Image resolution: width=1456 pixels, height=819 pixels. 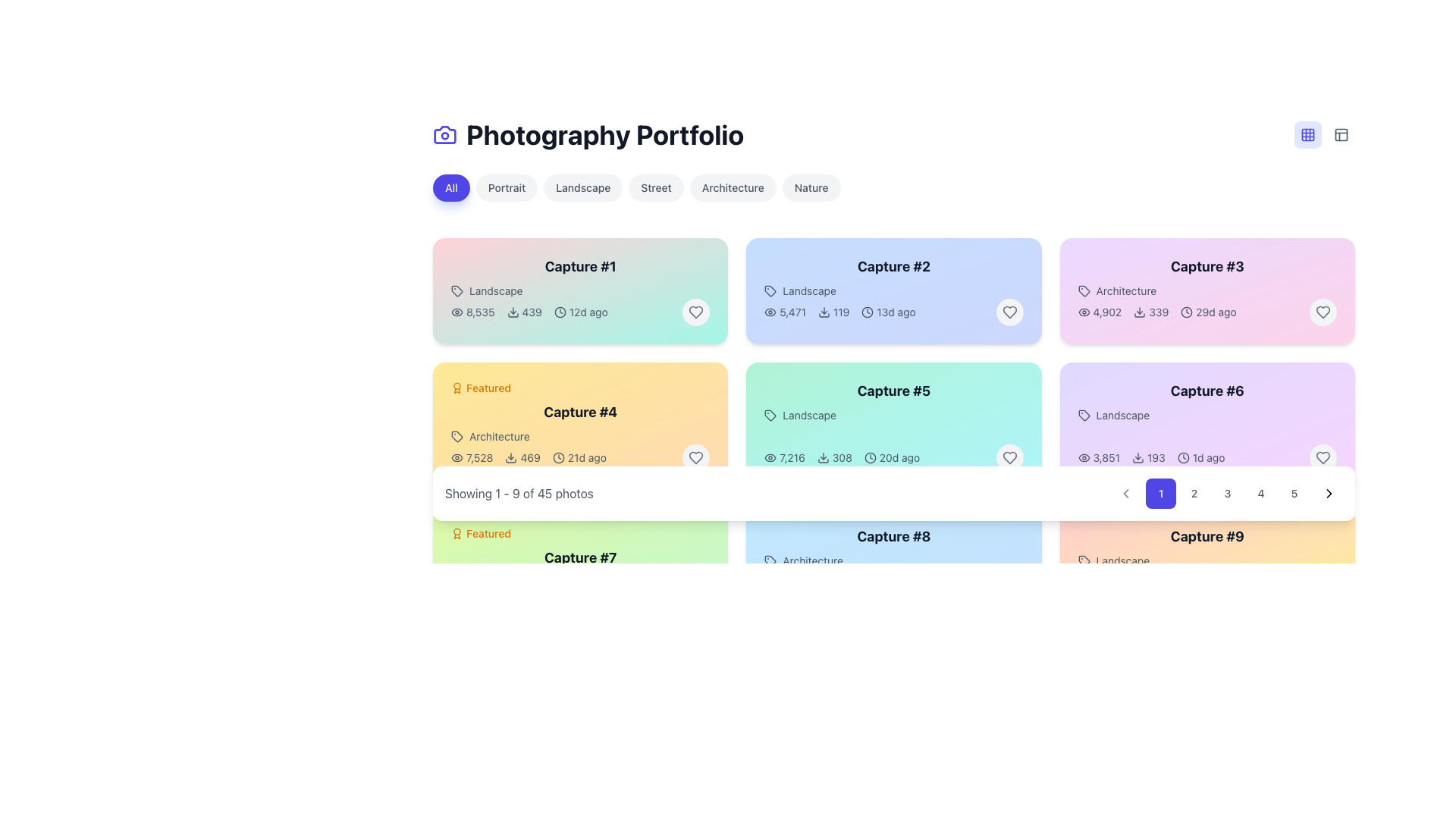 What do you see at coordinates (444, 133) in the screenshot?
I see `the blue camera icon located to the left of the 'Photography Portfolio' heading in the title section of the interface` at bounding box center [444, 133].